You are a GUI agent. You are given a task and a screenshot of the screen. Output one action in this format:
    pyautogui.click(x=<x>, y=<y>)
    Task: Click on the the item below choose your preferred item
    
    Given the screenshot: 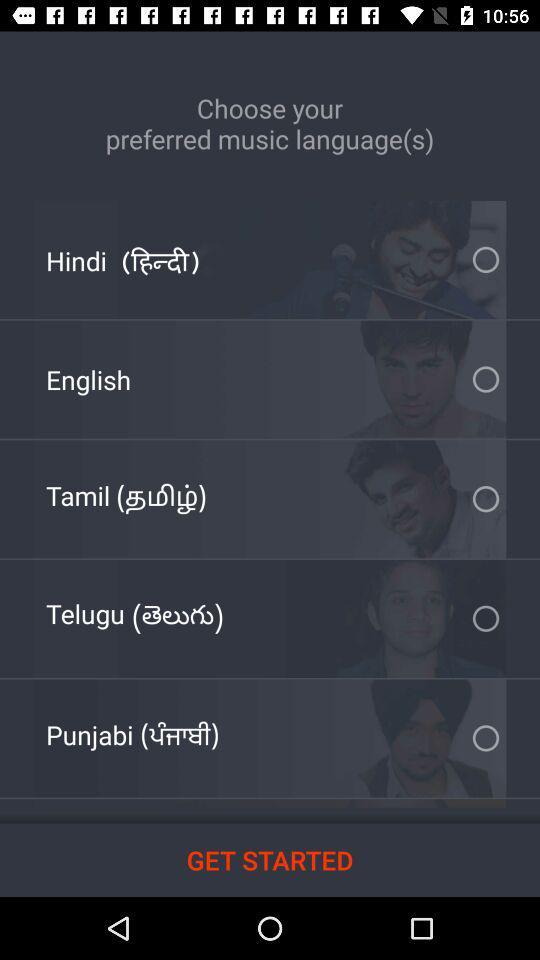 What is the action you would take?
    pyautogui.click(x=123, y=259)
    